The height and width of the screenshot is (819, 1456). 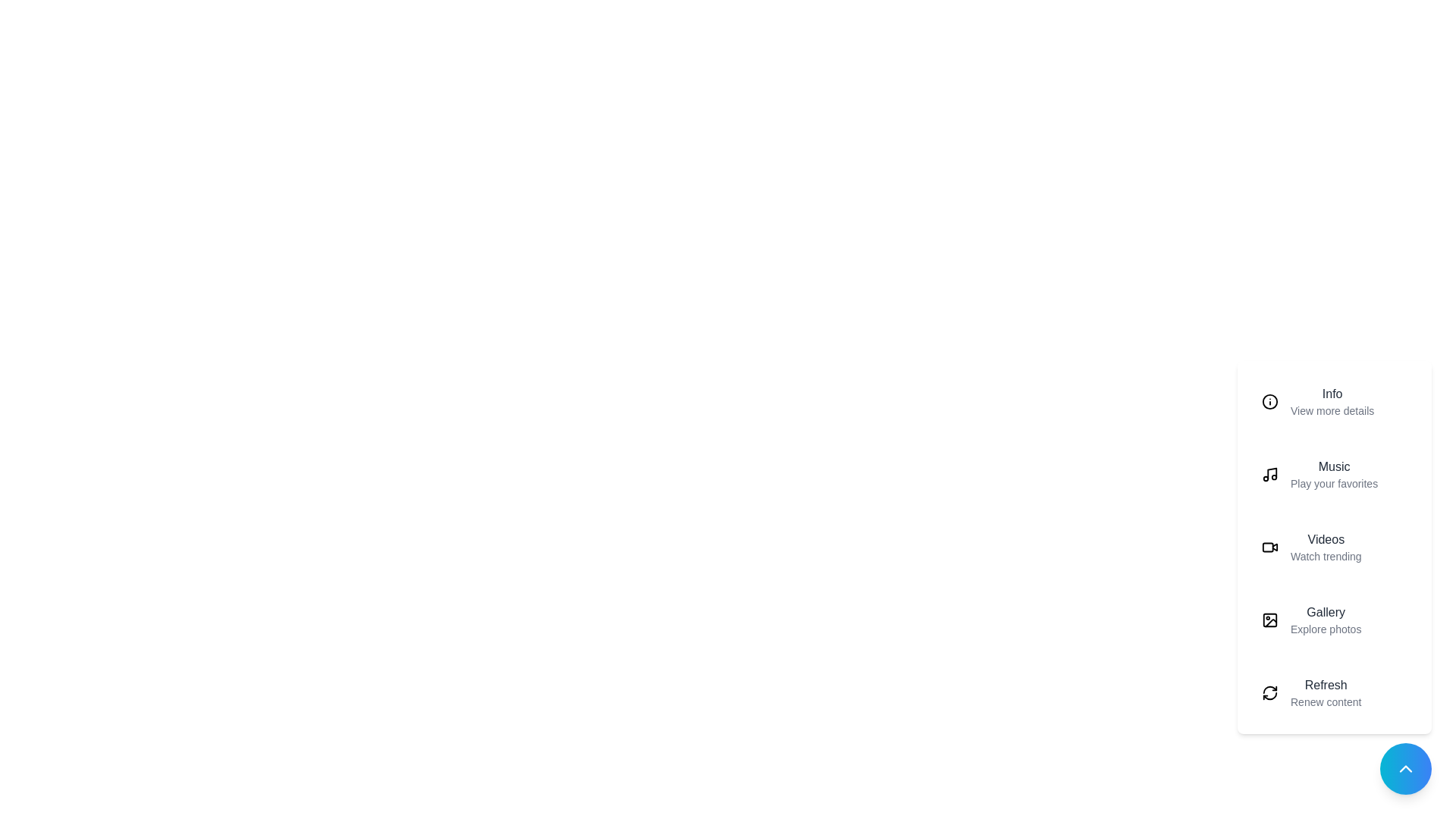 What do you see at coordinates (1335, 620) in the screenshot?
I see `the Gallery item to explore photos` at bounding box center [1335, 620].